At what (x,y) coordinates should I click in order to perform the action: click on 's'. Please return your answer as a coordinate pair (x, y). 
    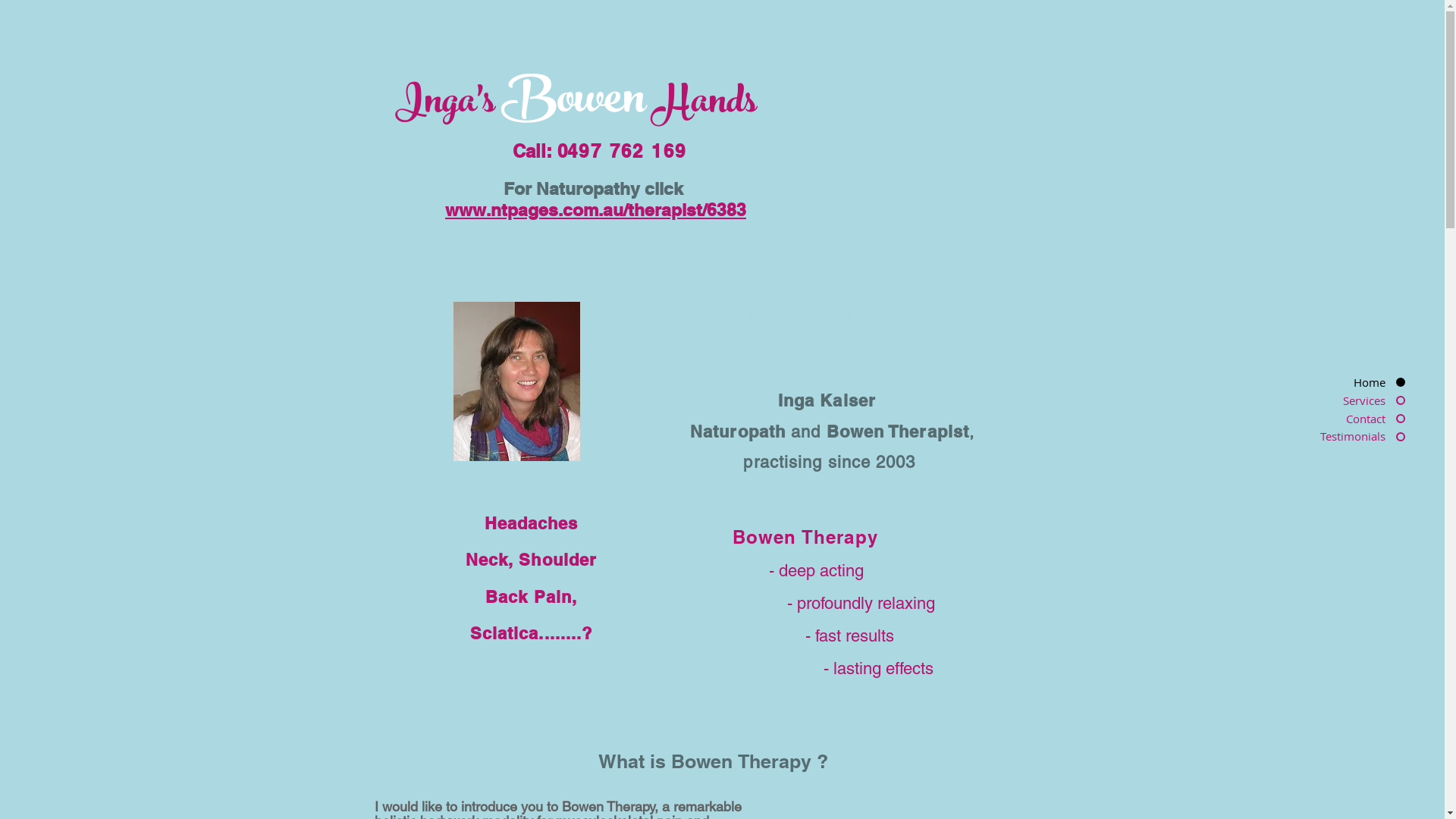
    Looking at the image, I should click on (488, 104).